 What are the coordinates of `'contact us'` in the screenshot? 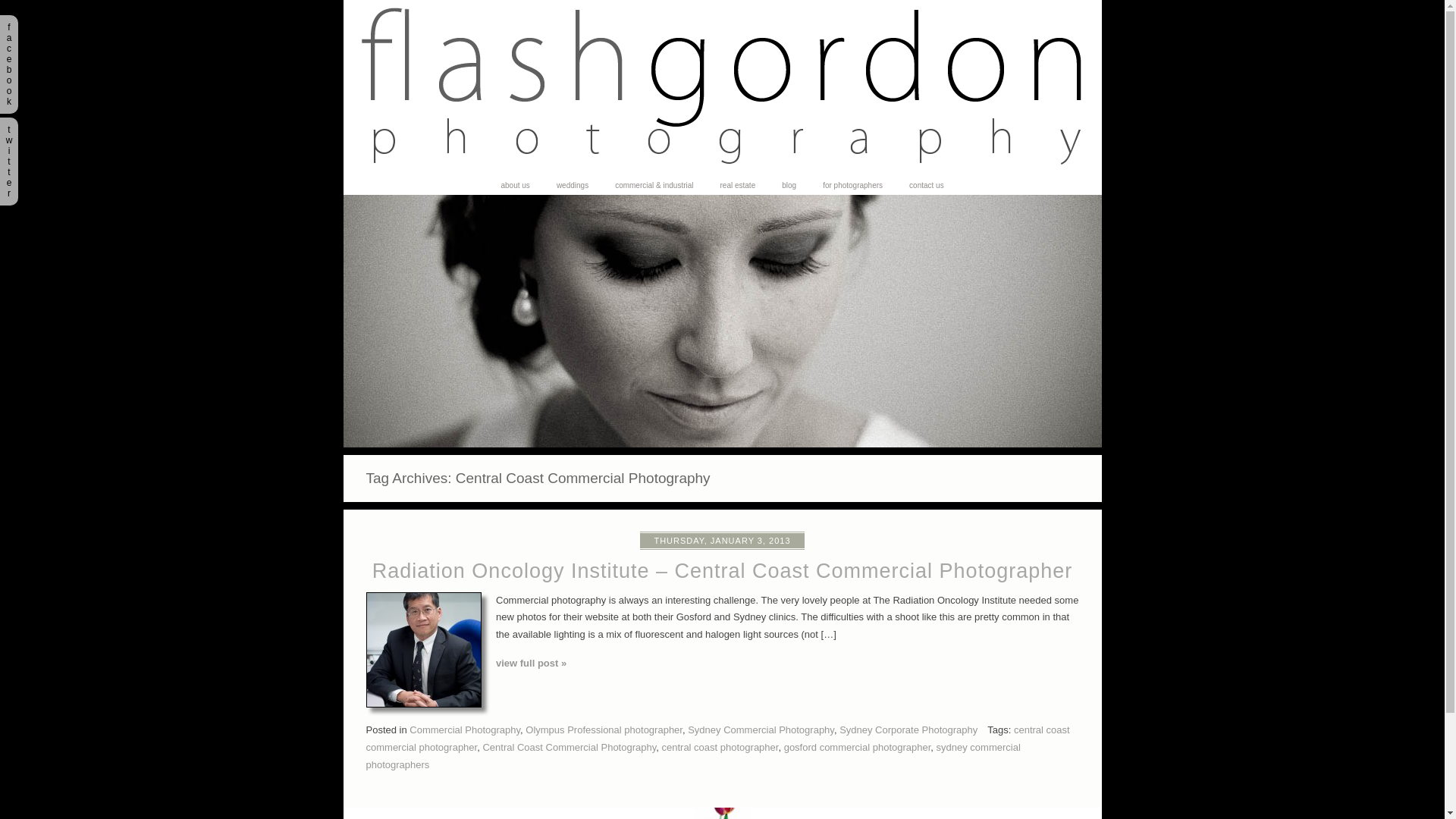 It's located at (926, 185).